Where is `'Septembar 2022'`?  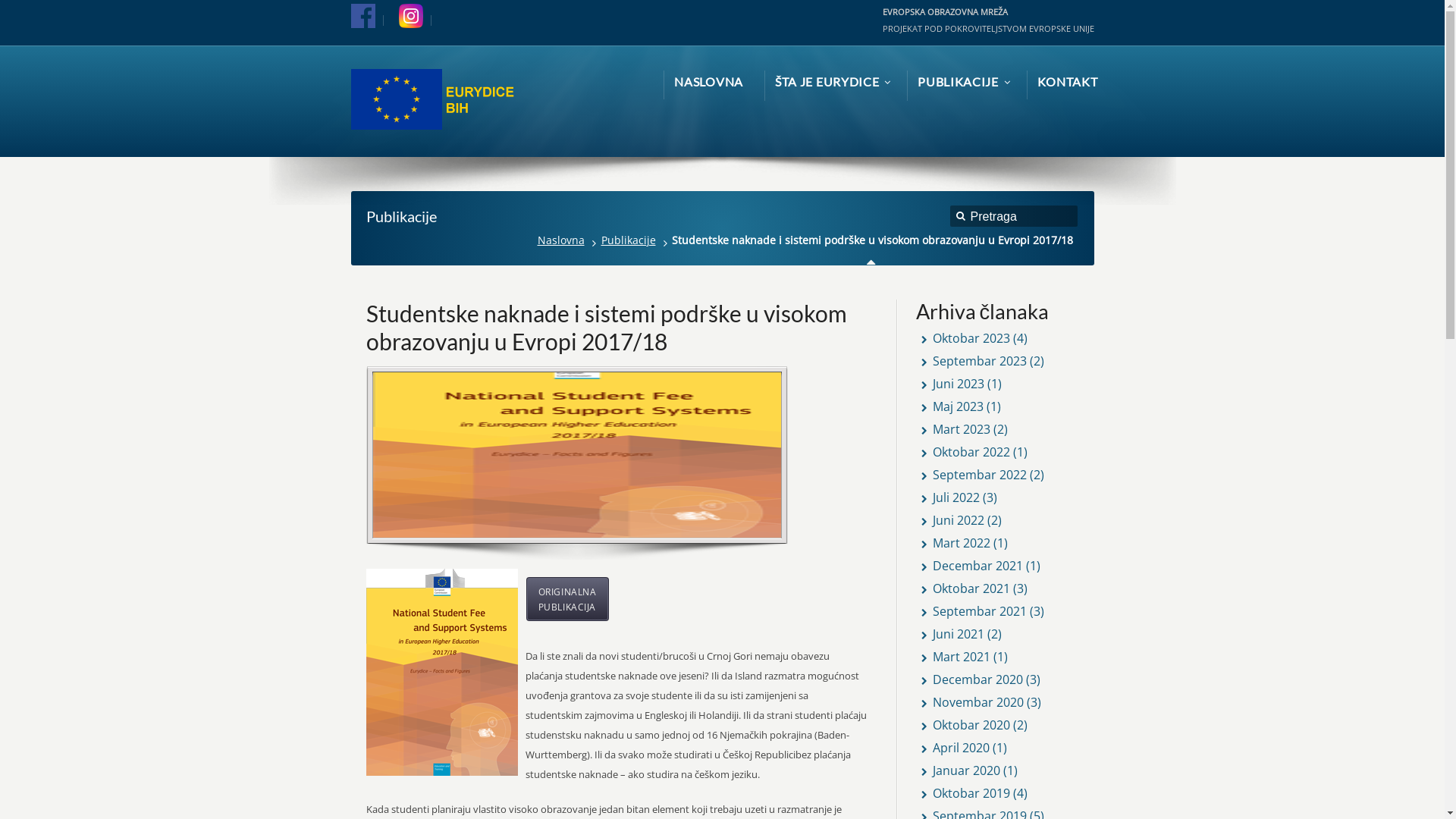
'Septembar 2022' is located at coordinates (979, 473).